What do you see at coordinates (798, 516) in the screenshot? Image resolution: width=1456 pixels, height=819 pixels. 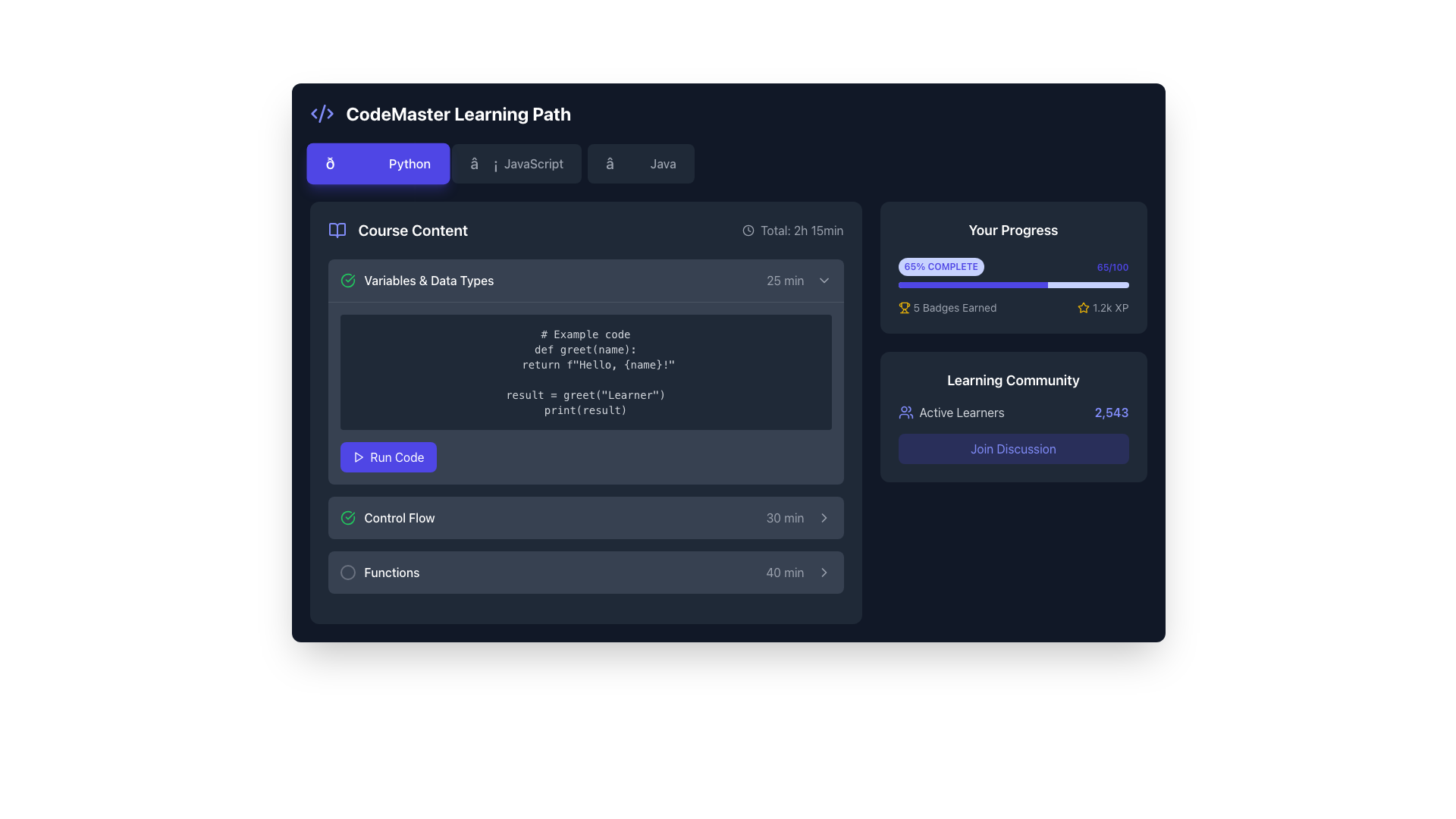 I see `the informational label displaying '30 min' with a right-facing arrow icon, located near the bottom-right corner of the Control Flow item in the course list` at bounding box center [798, 516].